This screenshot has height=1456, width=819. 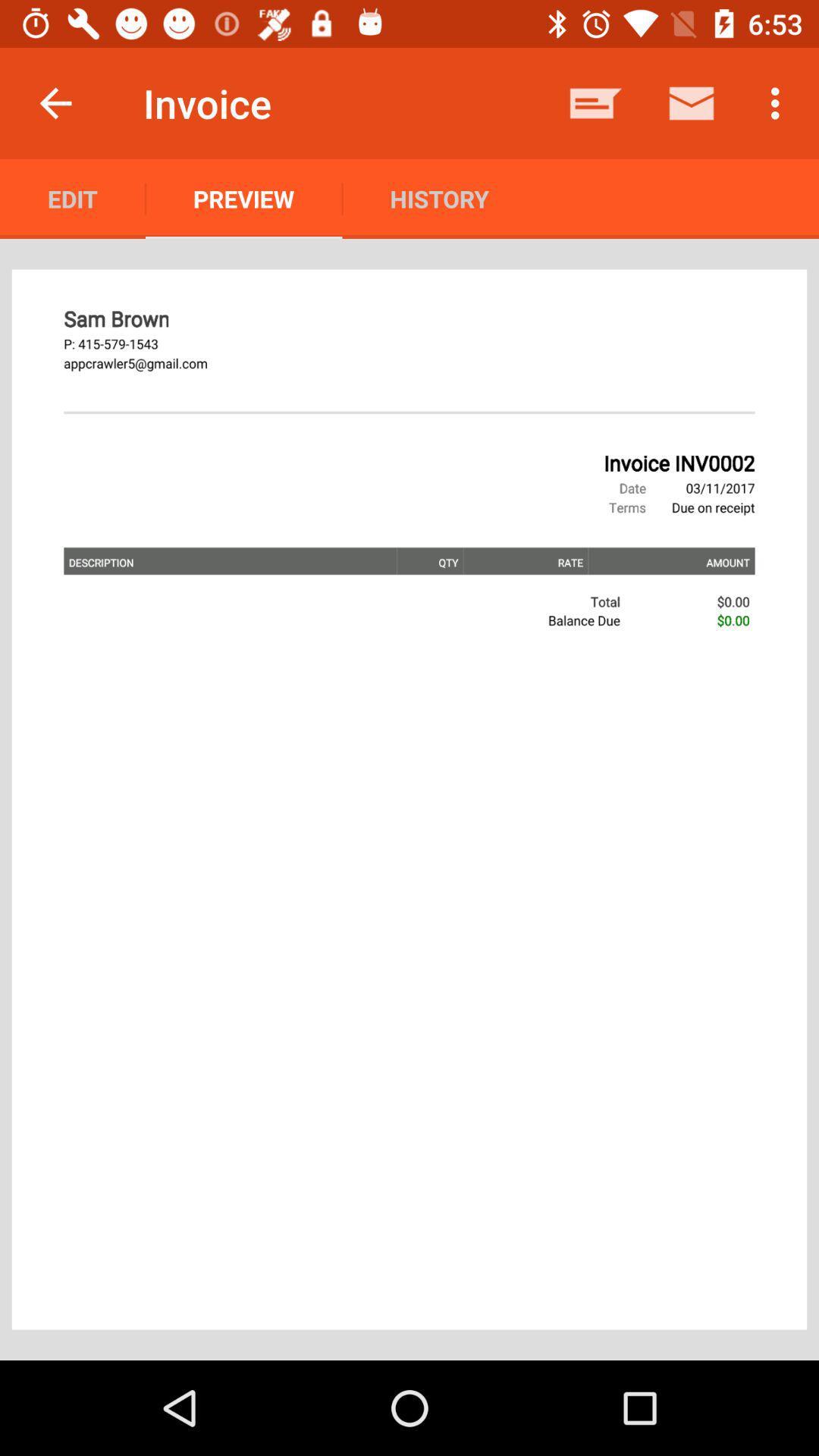 I want to click on app next to the preview item, so click(x=439, y=198).